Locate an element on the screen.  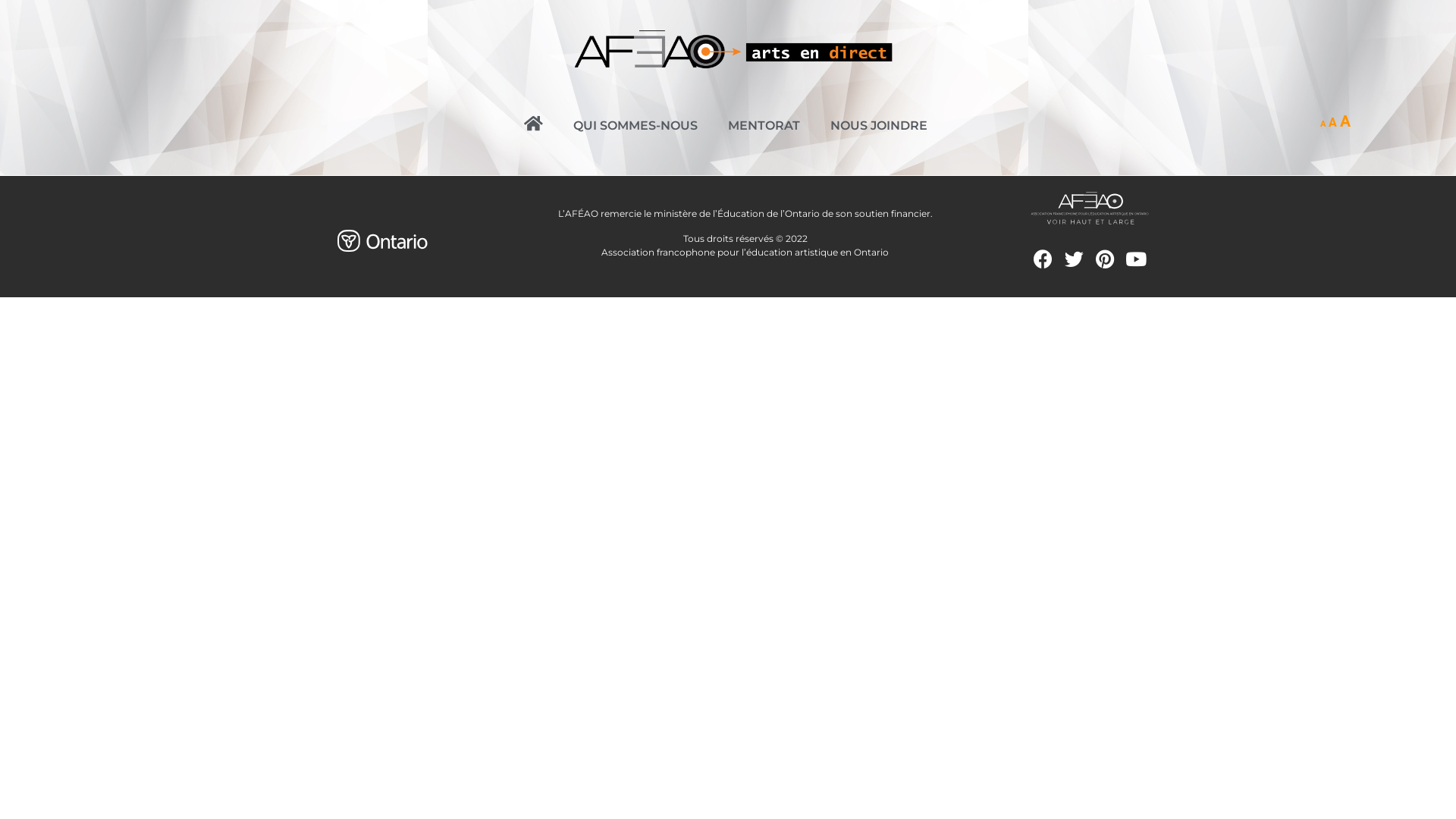
'A' is located at coordinates (1339, 120).